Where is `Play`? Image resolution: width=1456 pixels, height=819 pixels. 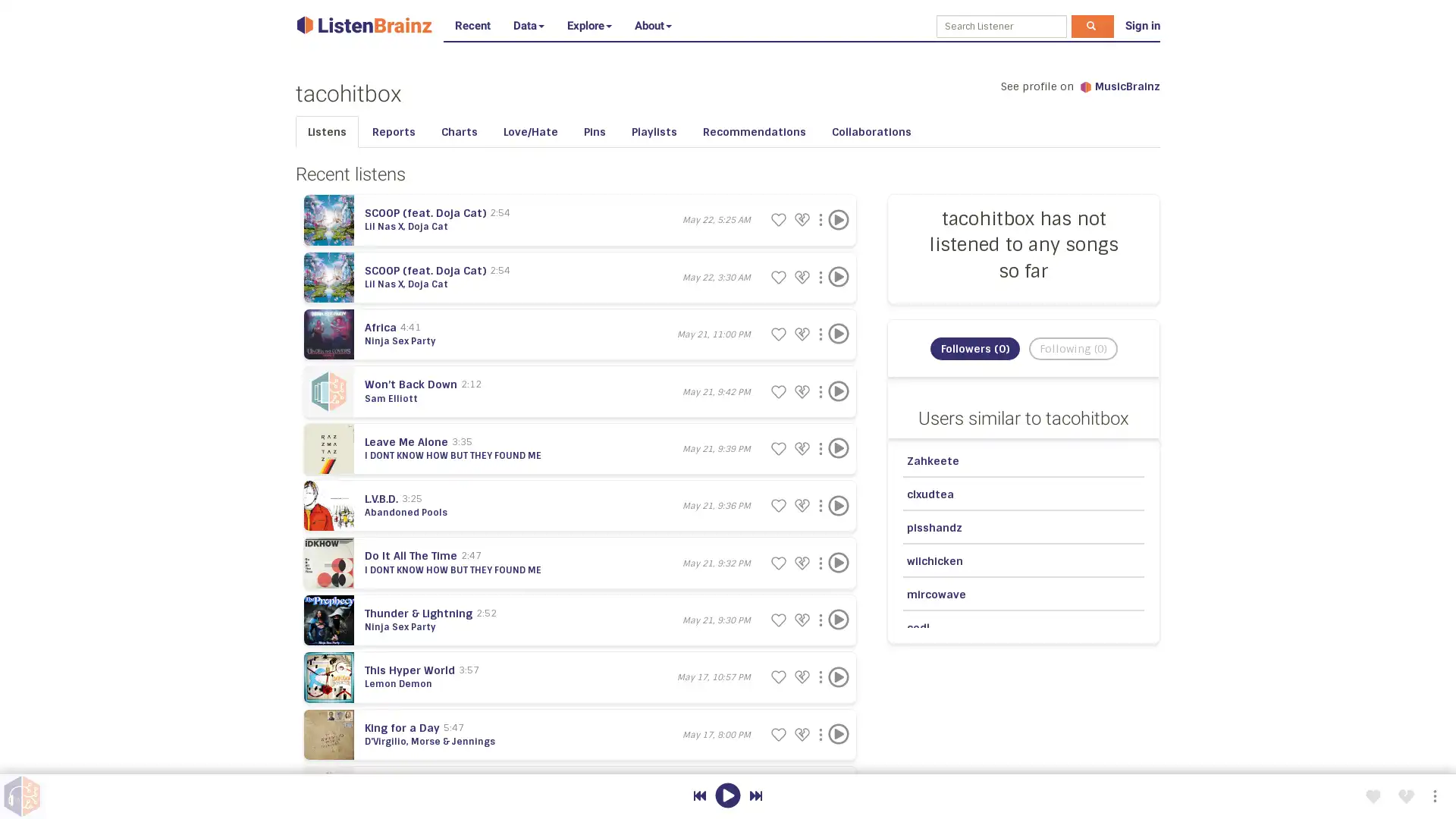
Play is located at coordinates (837, 790).